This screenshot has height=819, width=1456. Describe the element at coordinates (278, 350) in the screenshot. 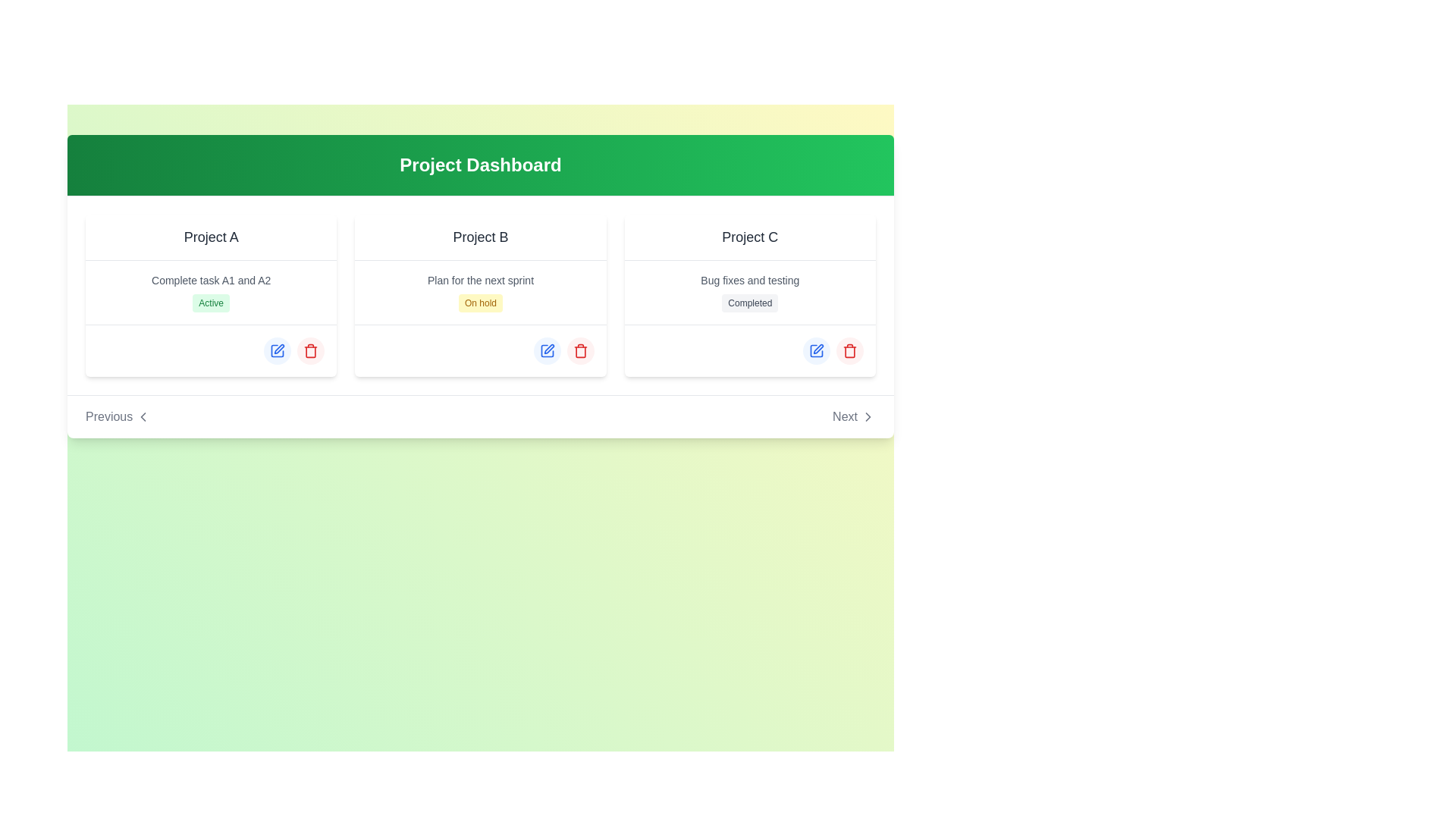

I see `the blue pencil icon button located in the first card labeled 'Project A'` at that location.